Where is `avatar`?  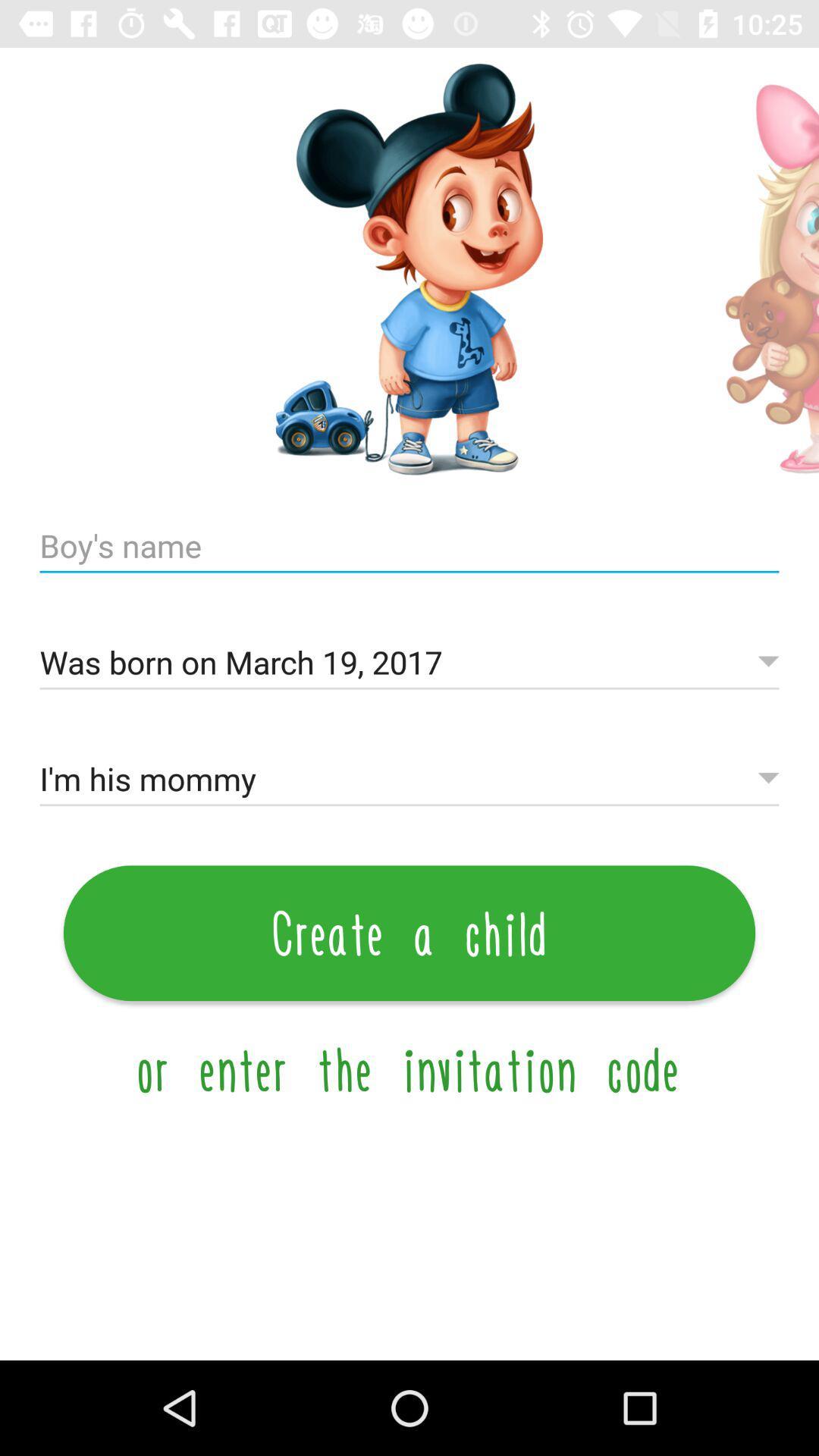 avatar is located at coordinates (757, 269).